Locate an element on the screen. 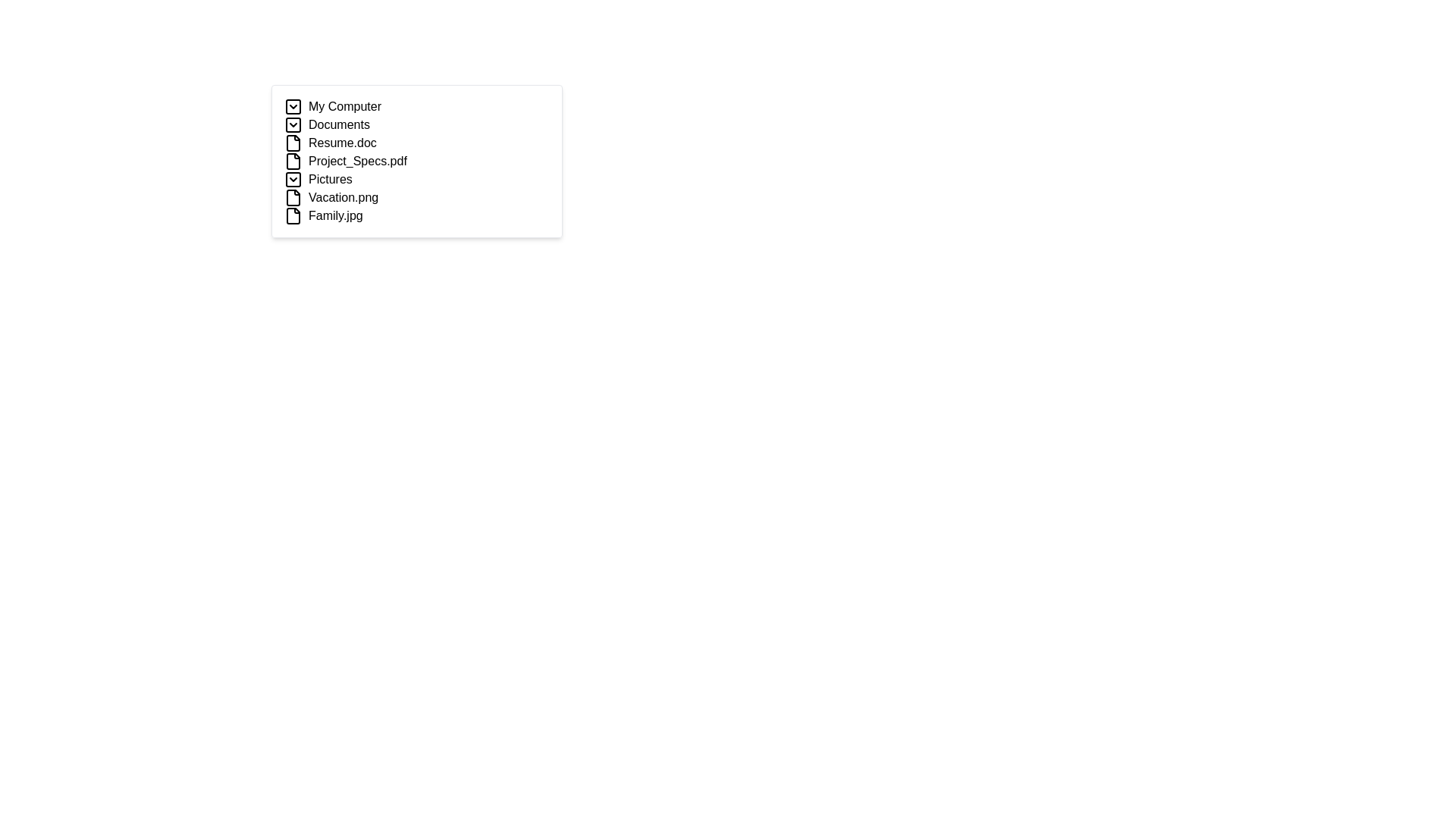 The width and height of the screenshot is (1456, 819). the icon representing the file 'Project_Specs.pdf' is located at coordinates (293, 161).